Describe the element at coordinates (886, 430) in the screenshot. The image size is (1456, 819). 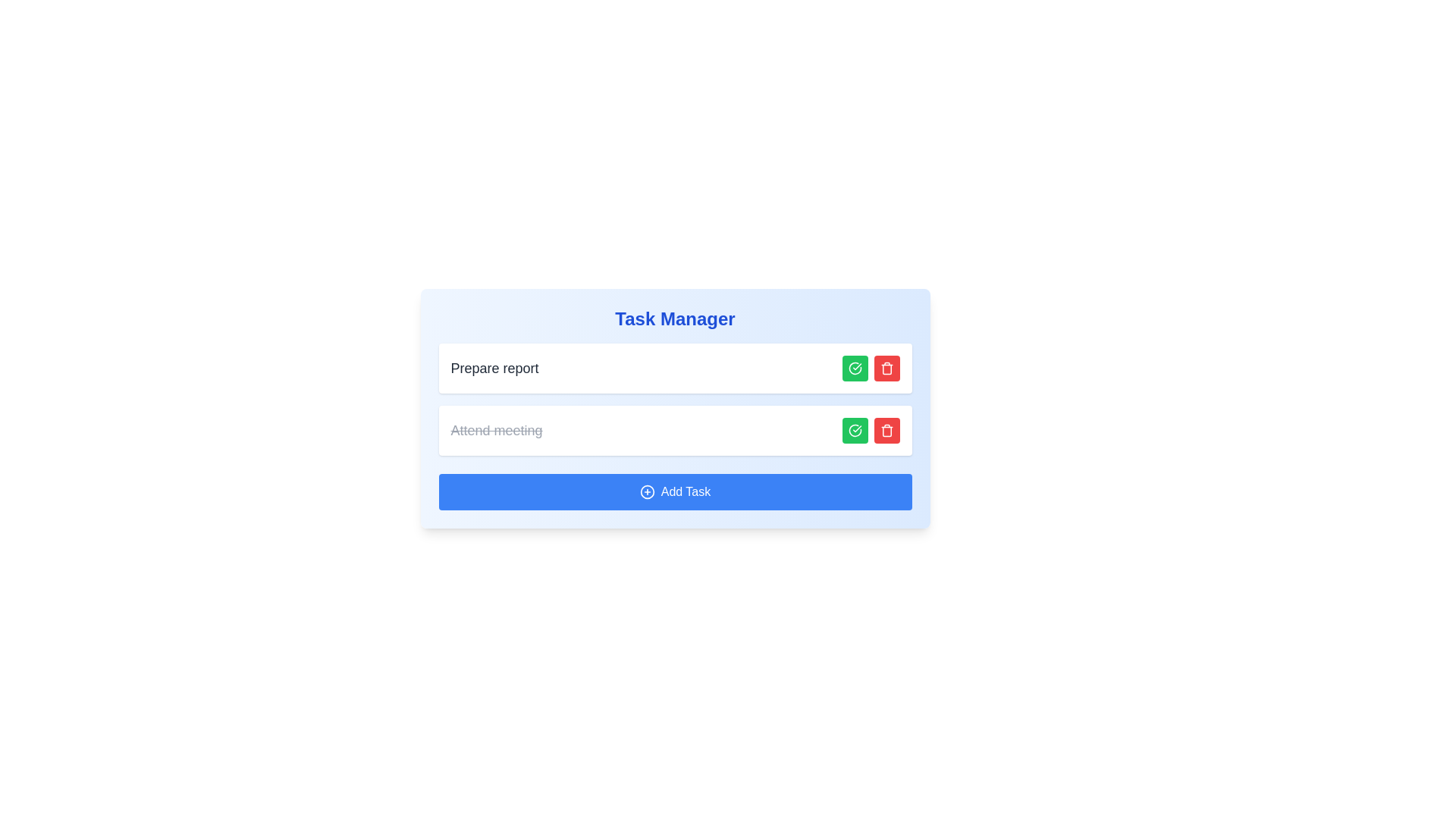
I see `the red button with a trash can icon, which is the second button in the horizontal layout next to the green button, located to the right of the 'Prepare report' task` at that location.